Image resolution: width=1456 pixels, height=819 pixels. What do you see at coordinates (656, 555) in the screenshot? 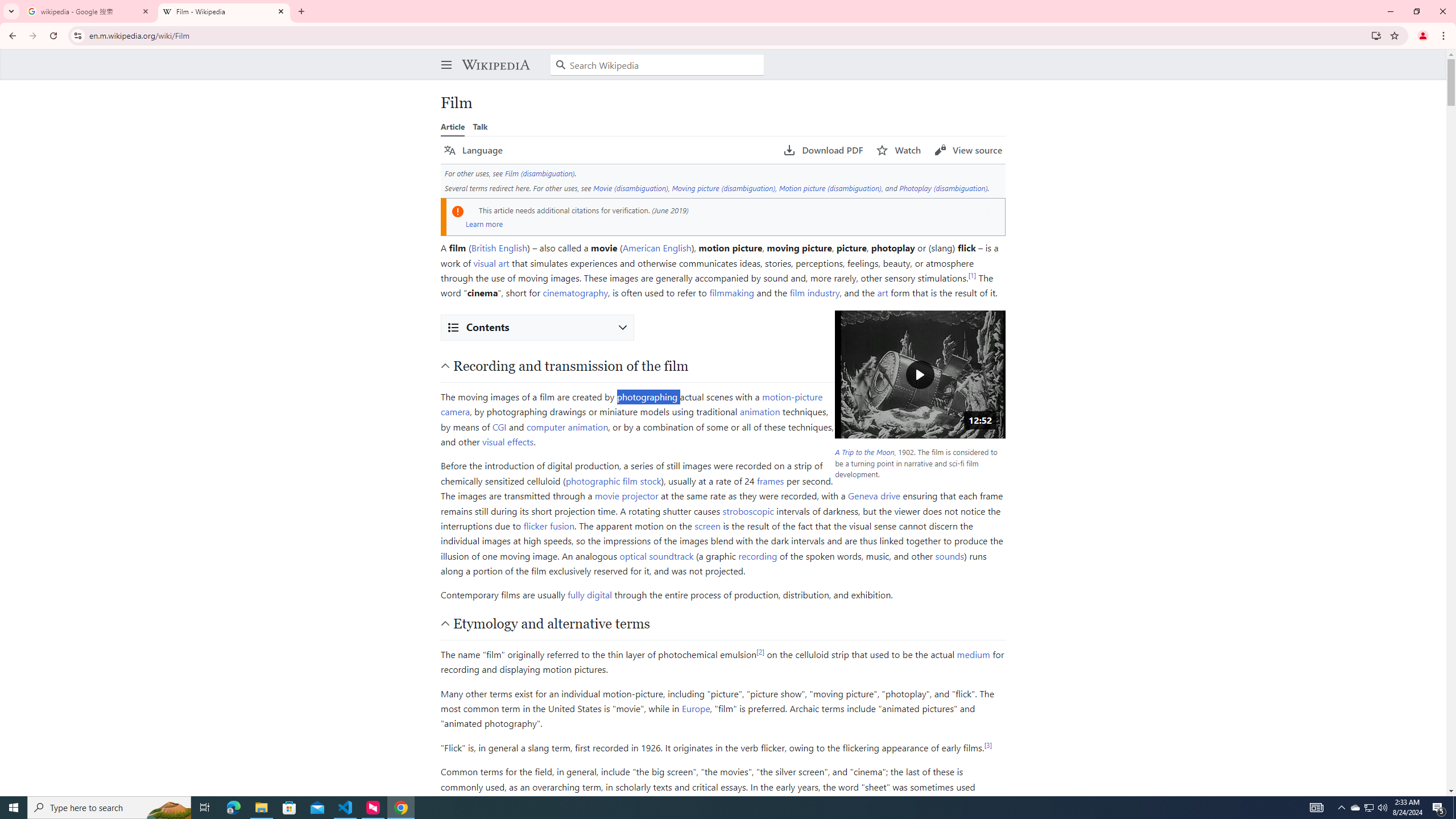
I see `'optical soundtrack'` at bounding box center [656, 555].